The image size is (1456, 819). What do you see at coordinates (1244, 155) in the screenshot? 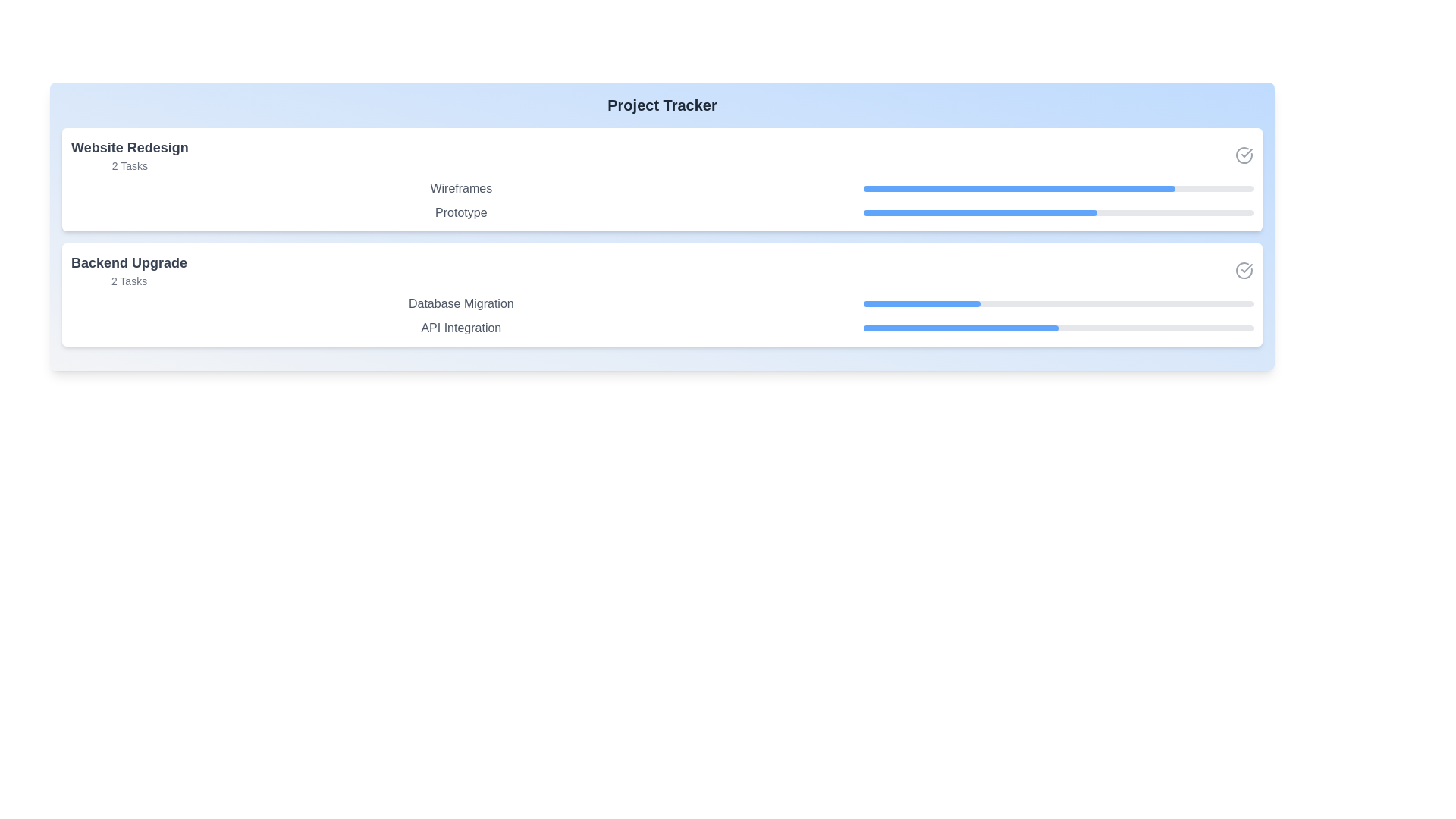
I see `the circled checkmark icon located on the right side of the 'Website Redesign' task group, which features a gray outline and a right-aligned checkmark` at bounding box center [1244, 155].